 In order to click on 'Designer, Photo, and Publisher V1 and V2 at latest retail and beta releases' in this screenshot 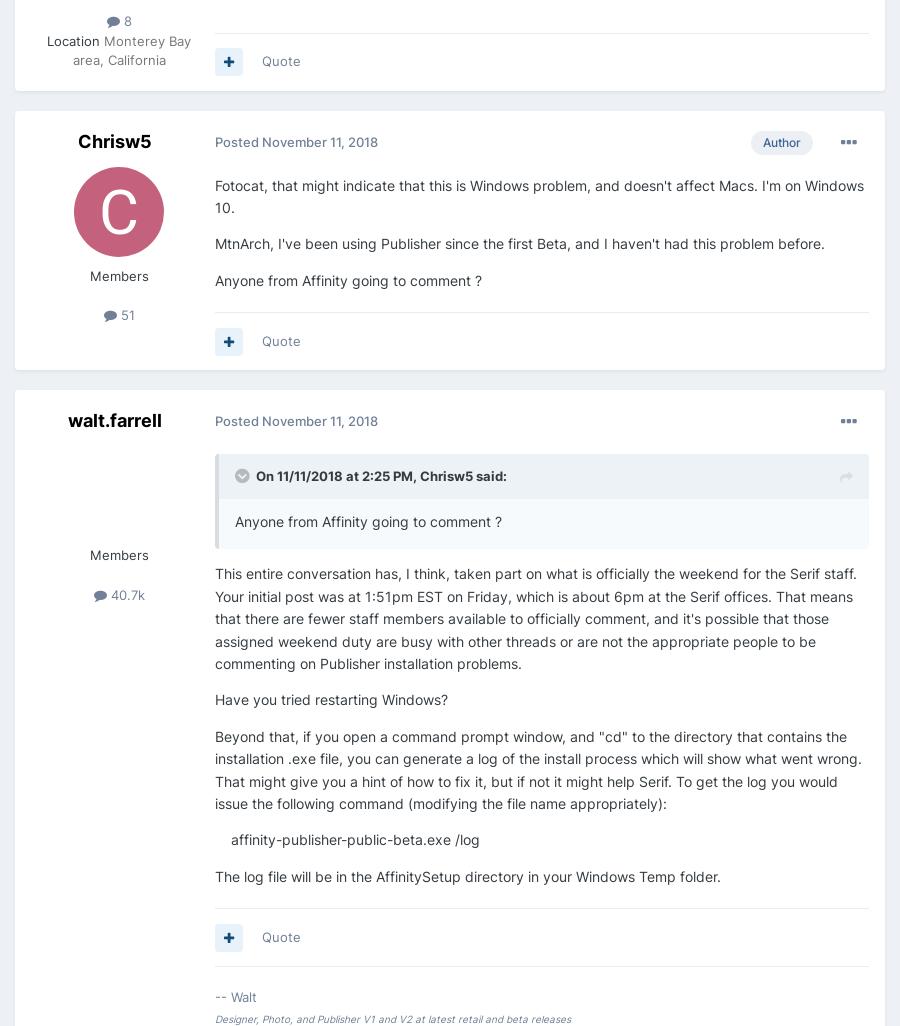, I will do `click(393, 1016)`.